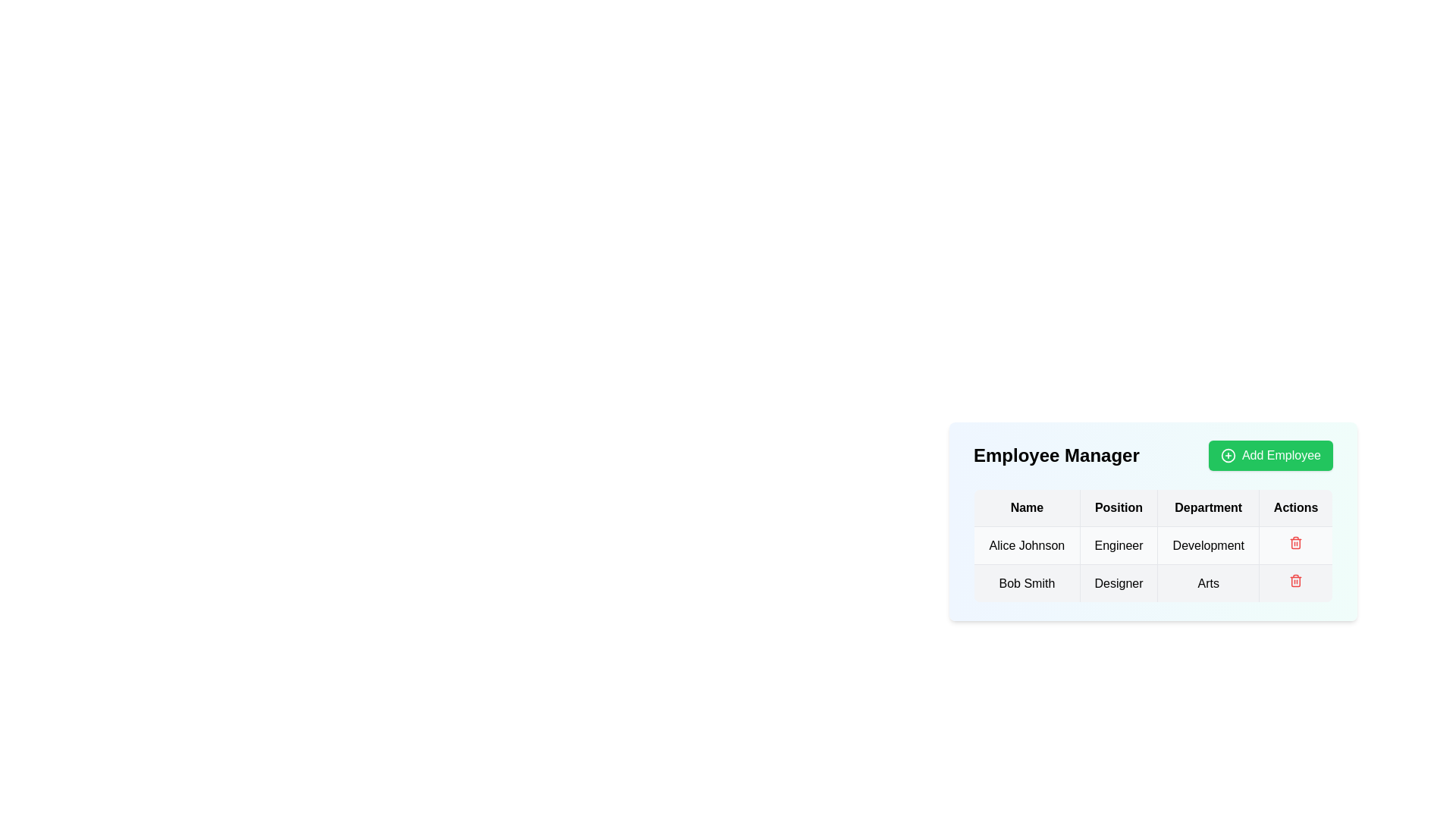 This screenshot has height=819, width=1456. Describe the element at coordinates (1119, 544) in the screenshot. I see `the non-interactive TextLabel indicating the job position of 'Alice Johnson' in the 'Position' column of the 'Employee Manager' table` at that location.